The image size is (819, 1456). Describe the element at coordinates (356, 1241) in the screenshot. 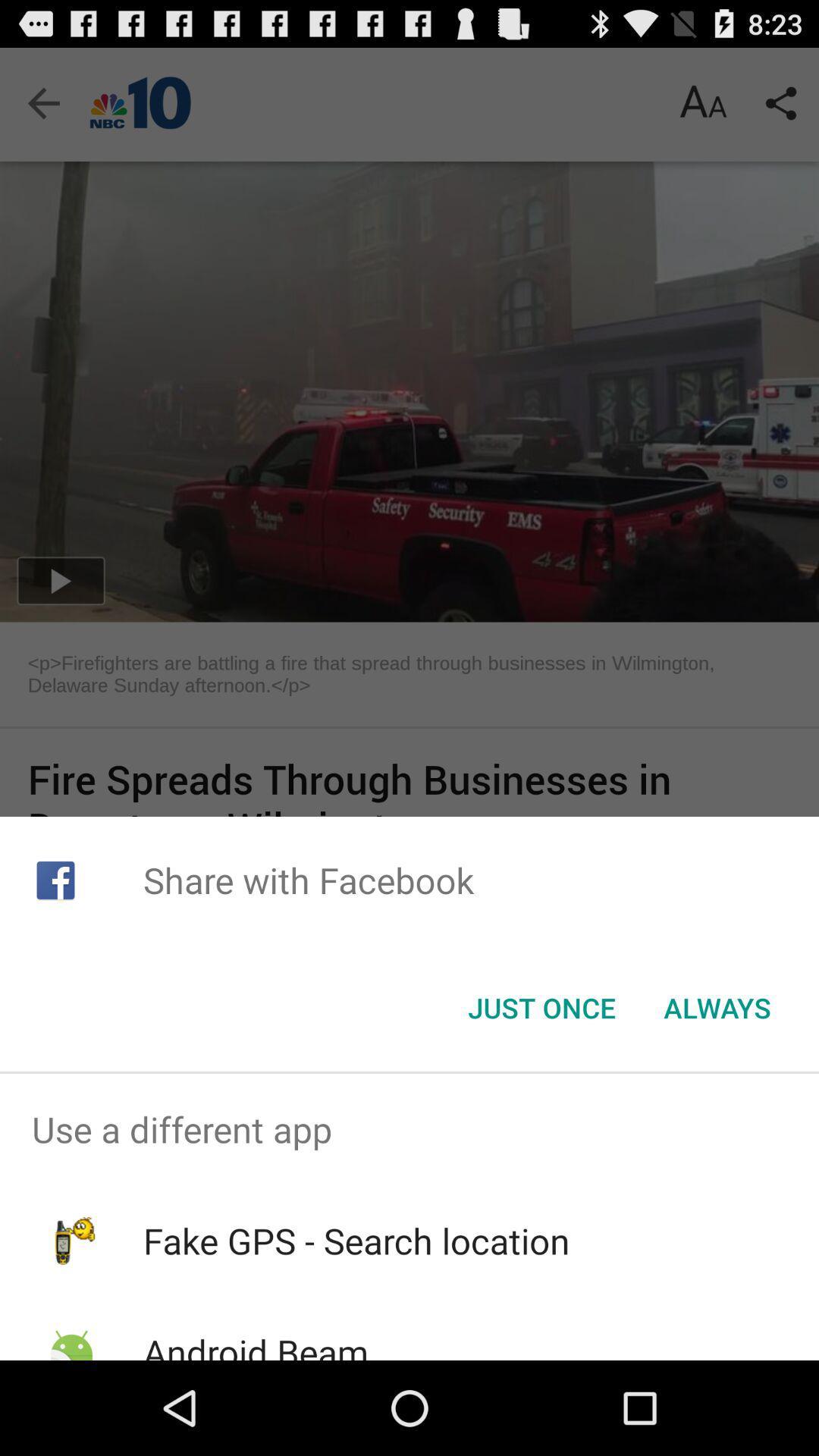

I see `icon below use a different item` at that location.